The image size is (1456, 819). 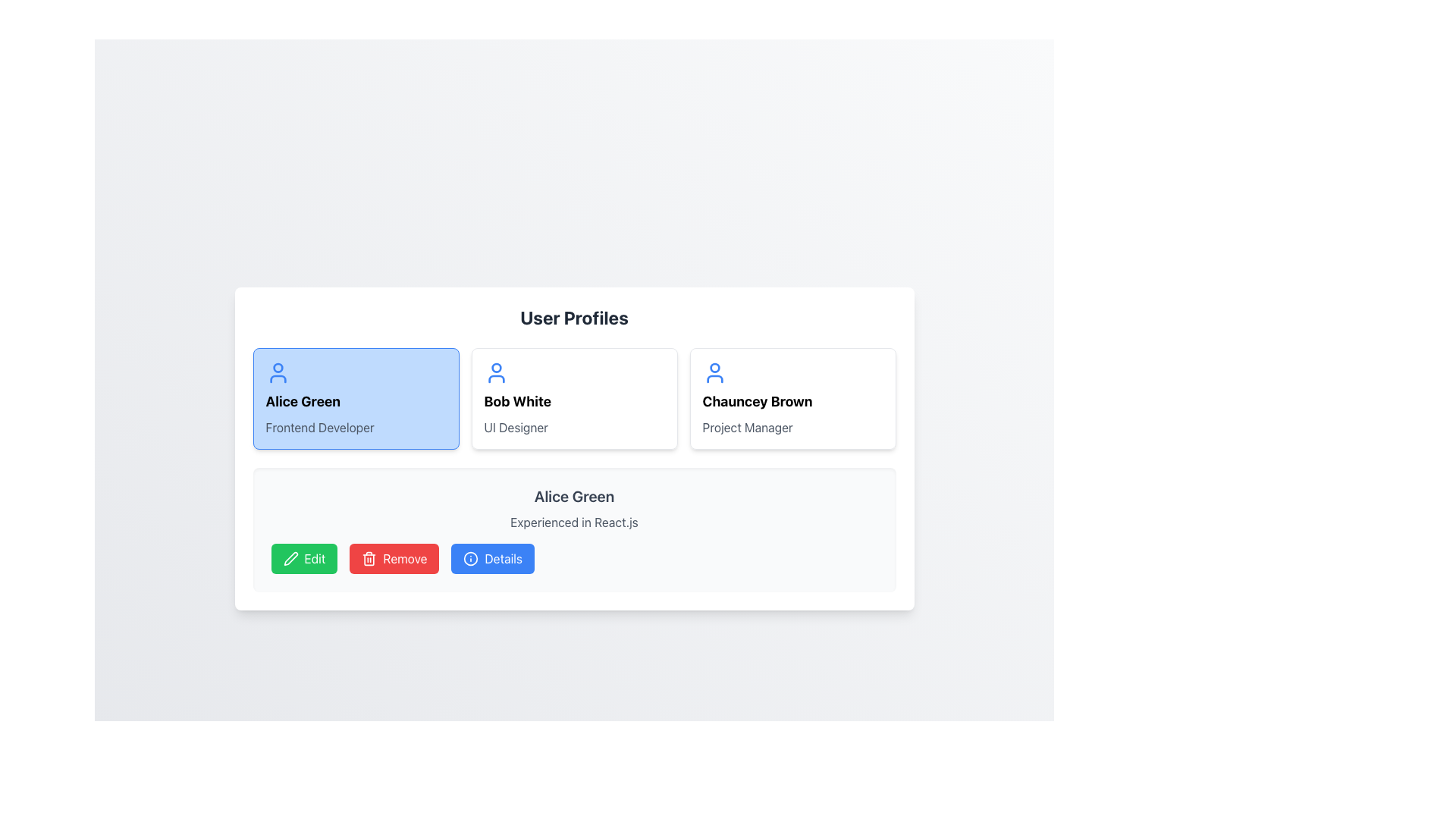 I want to click on the pen icon located within the green 'Edit' button at the bottom section of the interface to trigger a visual effect, so click(x=290, y=558).